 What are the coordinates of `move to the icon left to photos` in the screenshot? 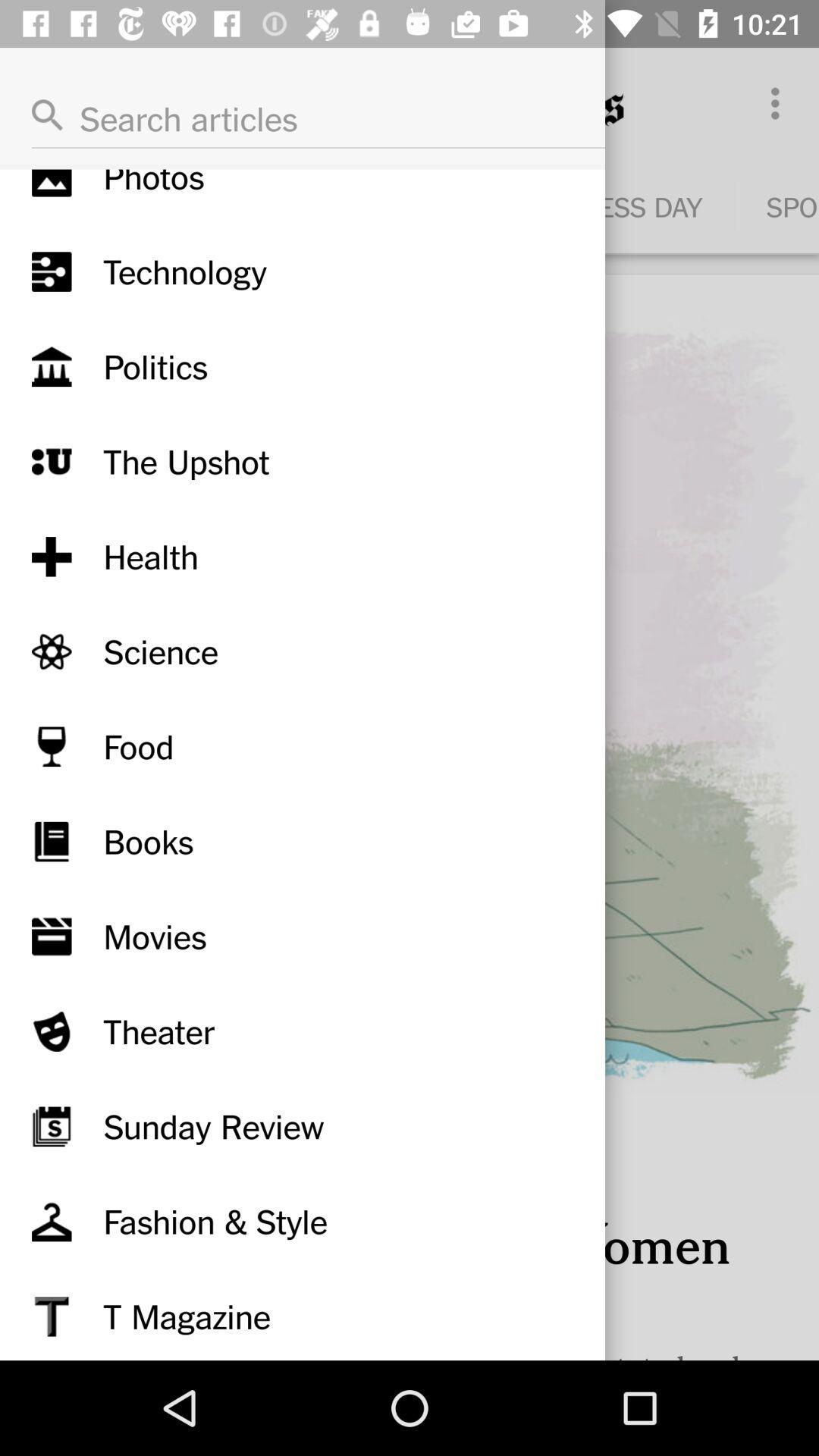 It's located at (51, 182).